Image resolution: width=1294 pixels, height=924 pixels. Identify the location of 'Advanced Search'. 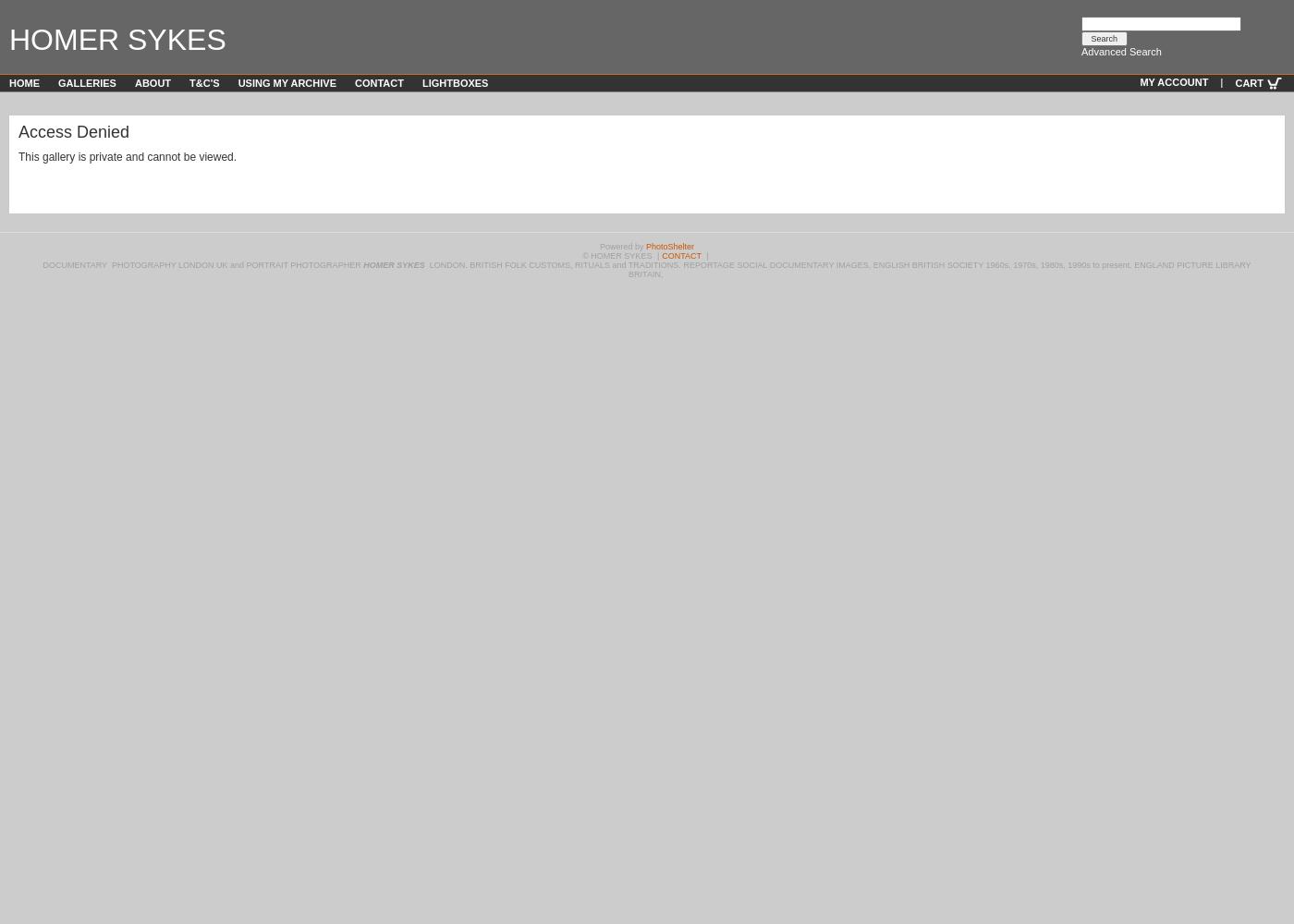
(1120, 52).